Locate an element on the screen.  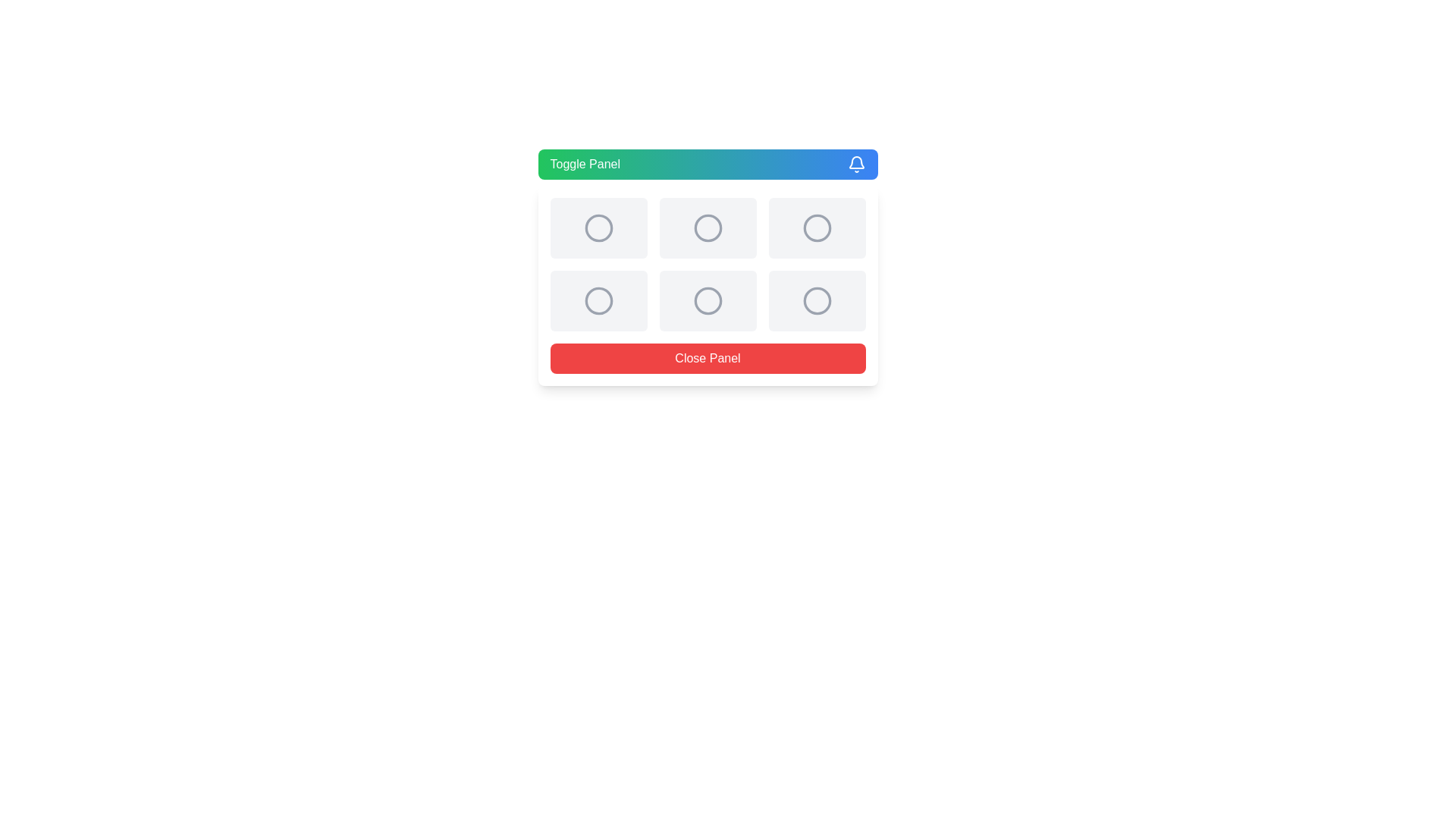
the Card component, which is a rectangular card with rounded corners and a centered circular icon, located in the first row and first column of the grid is located at coordinates (598, 227).